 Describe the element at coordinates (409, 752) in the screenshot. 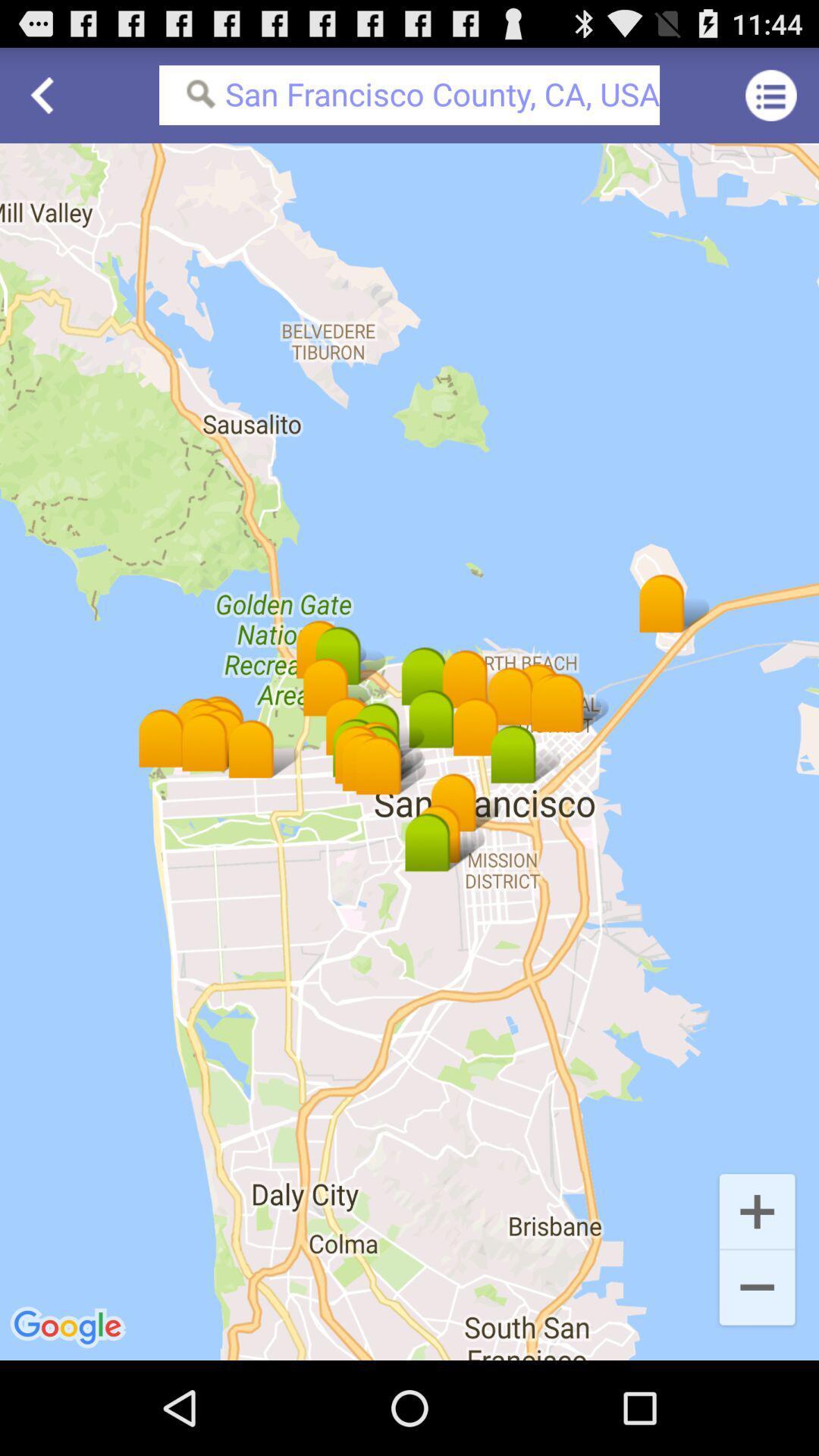

I see `the icon at the center` at that location.